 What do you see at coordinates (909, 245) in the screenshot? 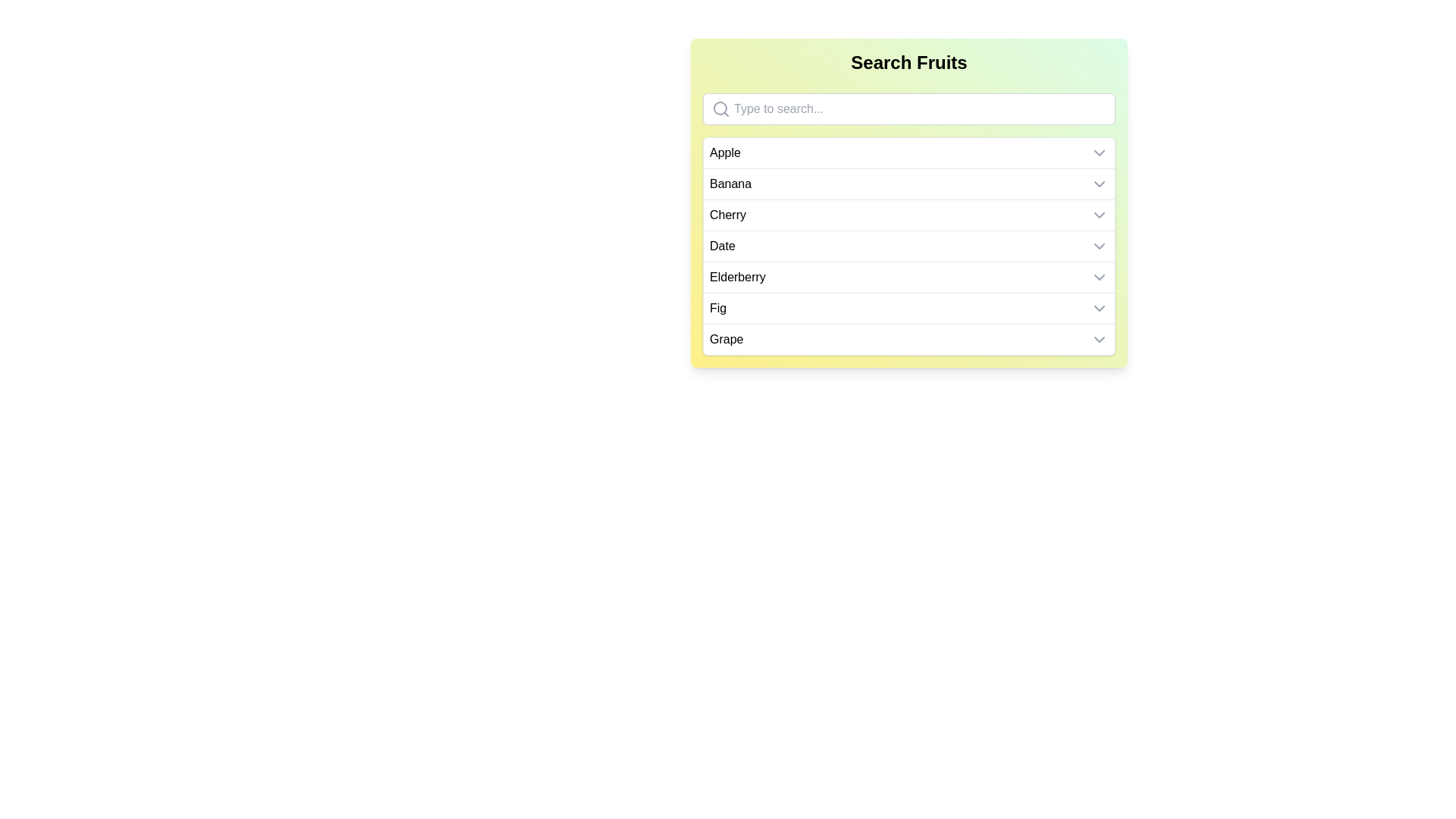
I see `the dropdown menu containing a list of fruits, specifically targeting the item 'Date', which is the fourth entry in the list` at bounding box center [909, 245].